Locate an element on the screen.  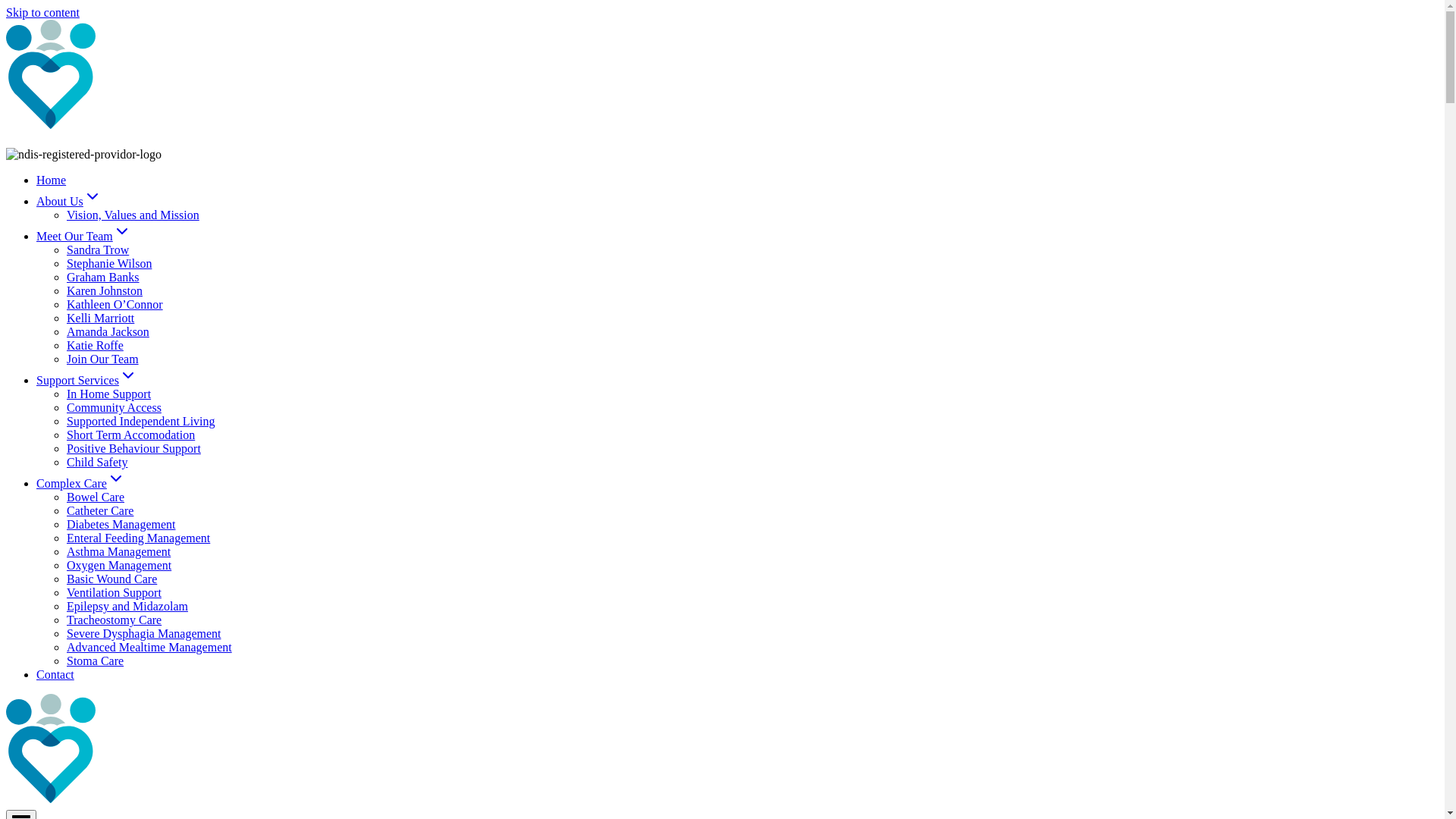
'Catheter Care' is located at coordinates (99, 510).